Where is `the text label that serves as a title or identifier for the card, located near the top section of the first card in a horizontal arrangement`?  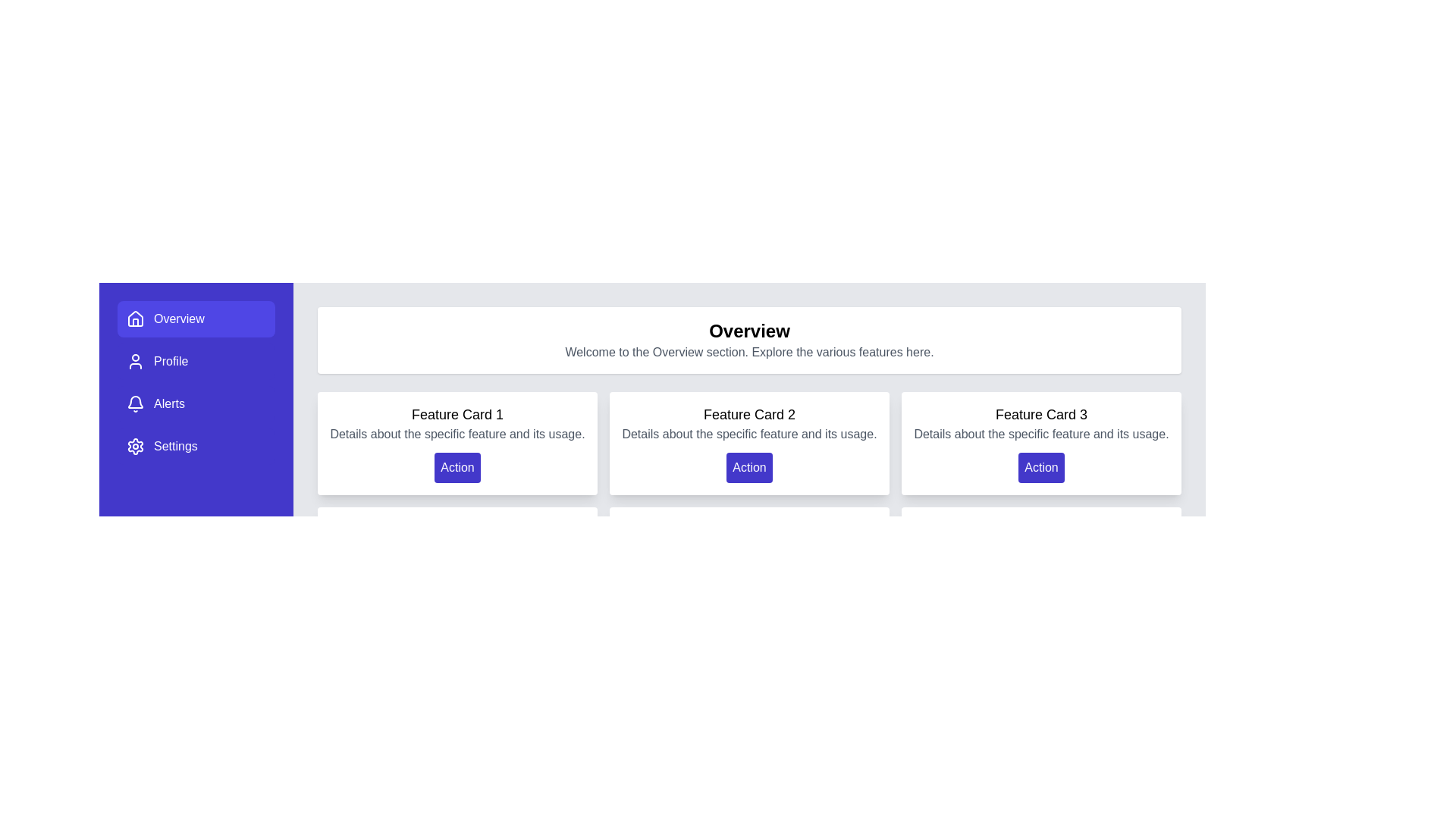 the text label that serves as a title or identifier for the card, located near the top section of the first card in a horizontal arrangement is located at coordinates (457, 415).